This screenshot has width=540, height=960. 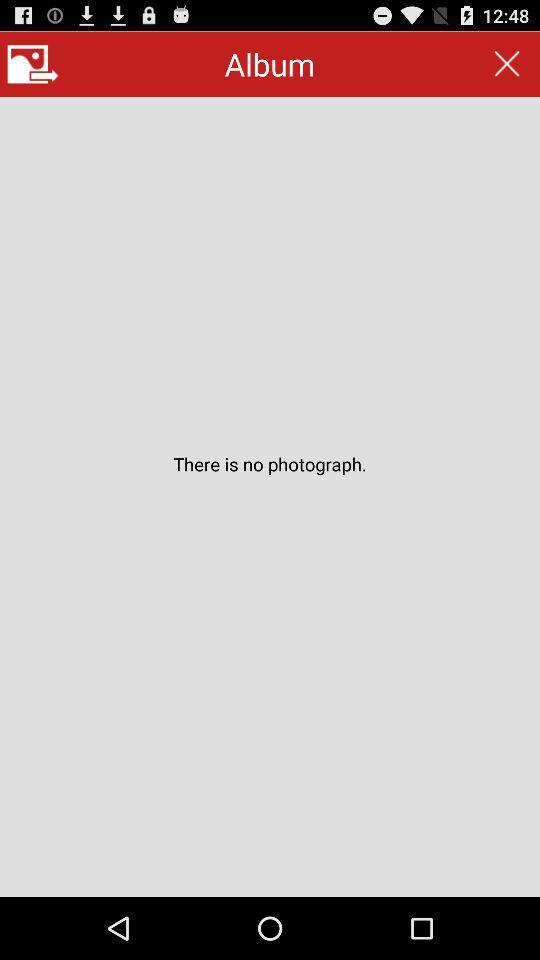 I want to click on main menu, so click(x=31, y=64).